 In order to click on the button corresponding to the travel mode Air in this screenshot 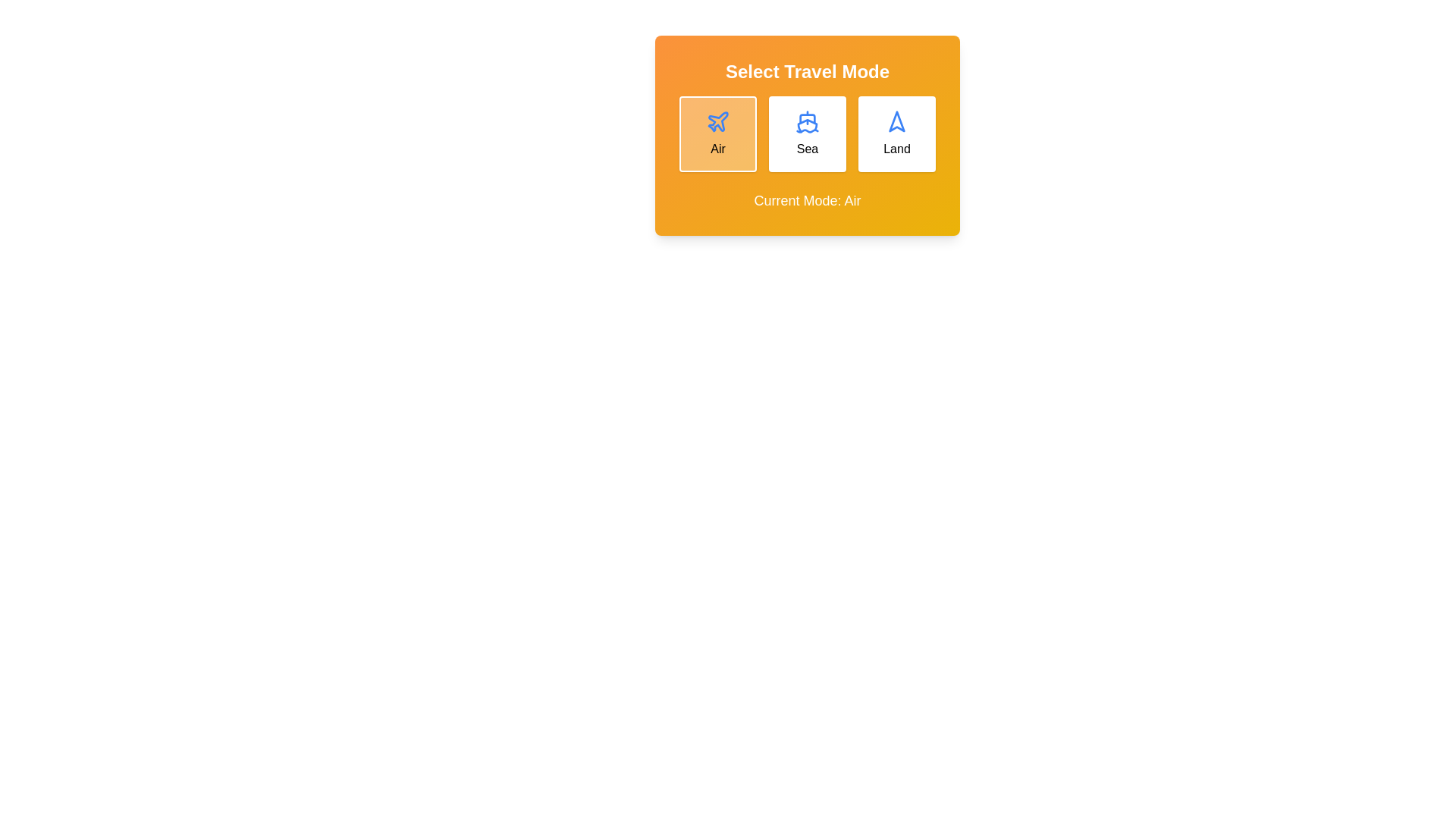, I will do `click(717, 133)`.